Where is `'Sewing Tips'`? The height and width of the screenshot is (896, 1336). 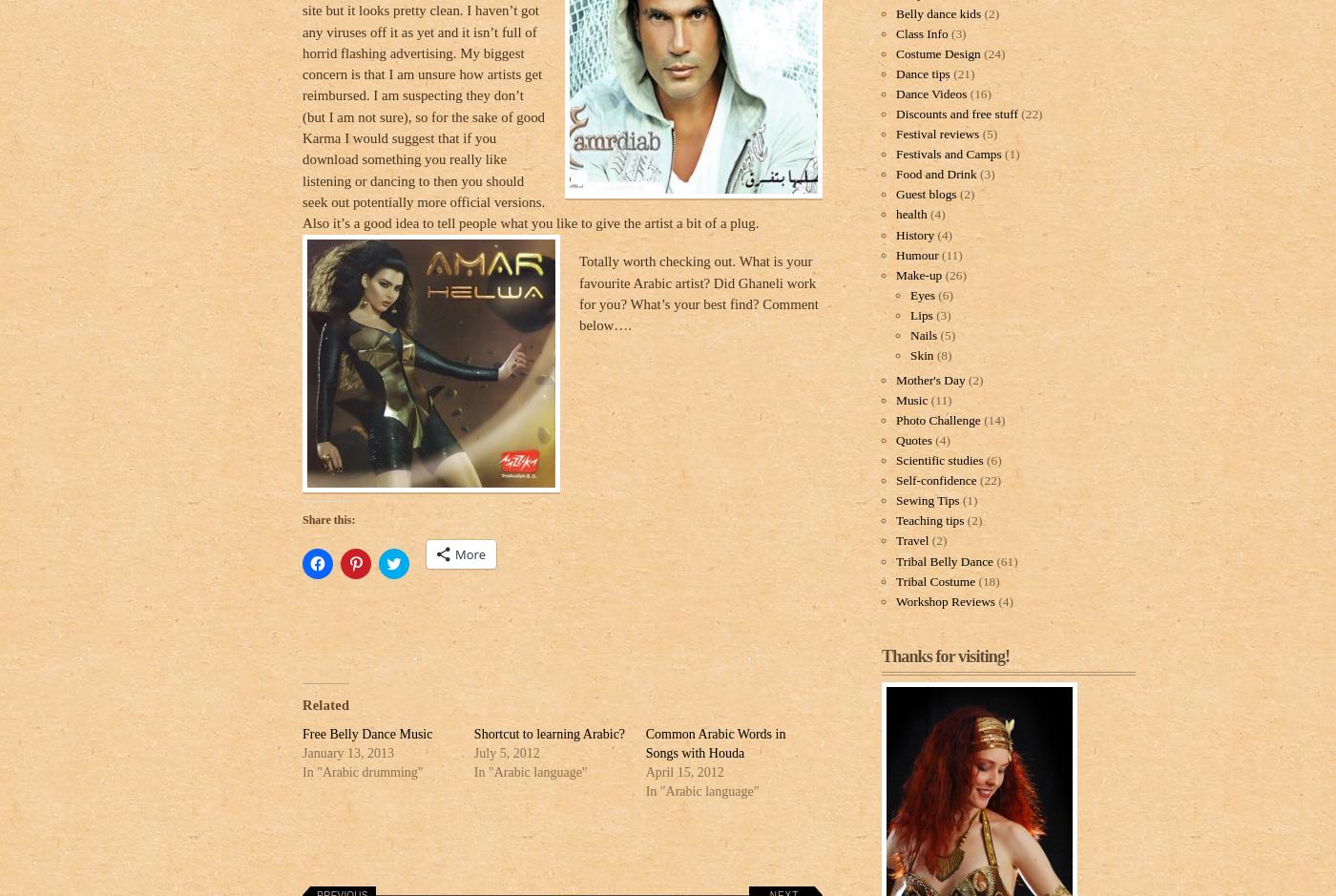
'Sewing Tips' is located at coordinates (928, 500).